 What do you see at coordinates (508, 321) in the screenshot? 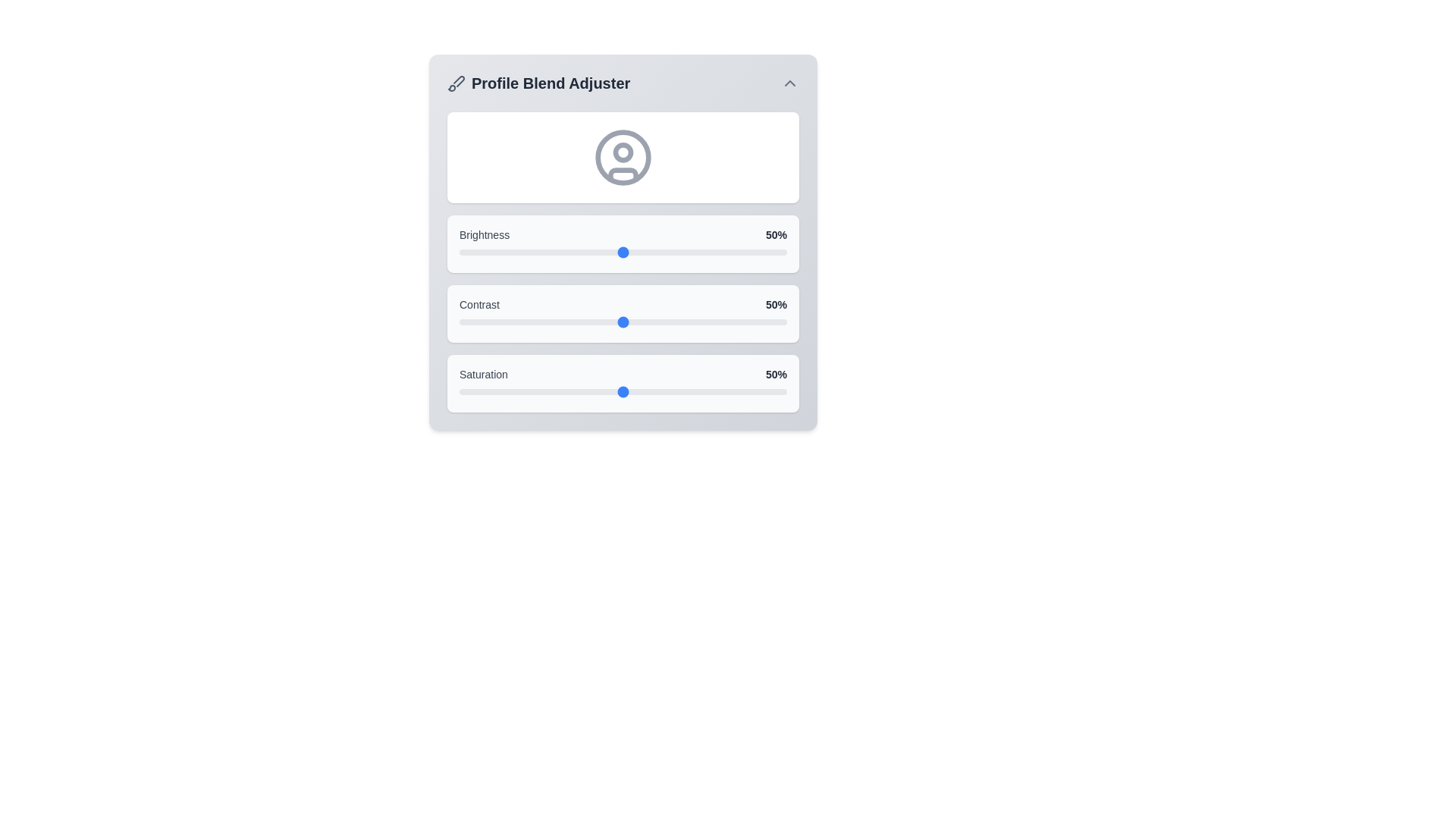
I see `contrast` at bounding box center [508, 321].